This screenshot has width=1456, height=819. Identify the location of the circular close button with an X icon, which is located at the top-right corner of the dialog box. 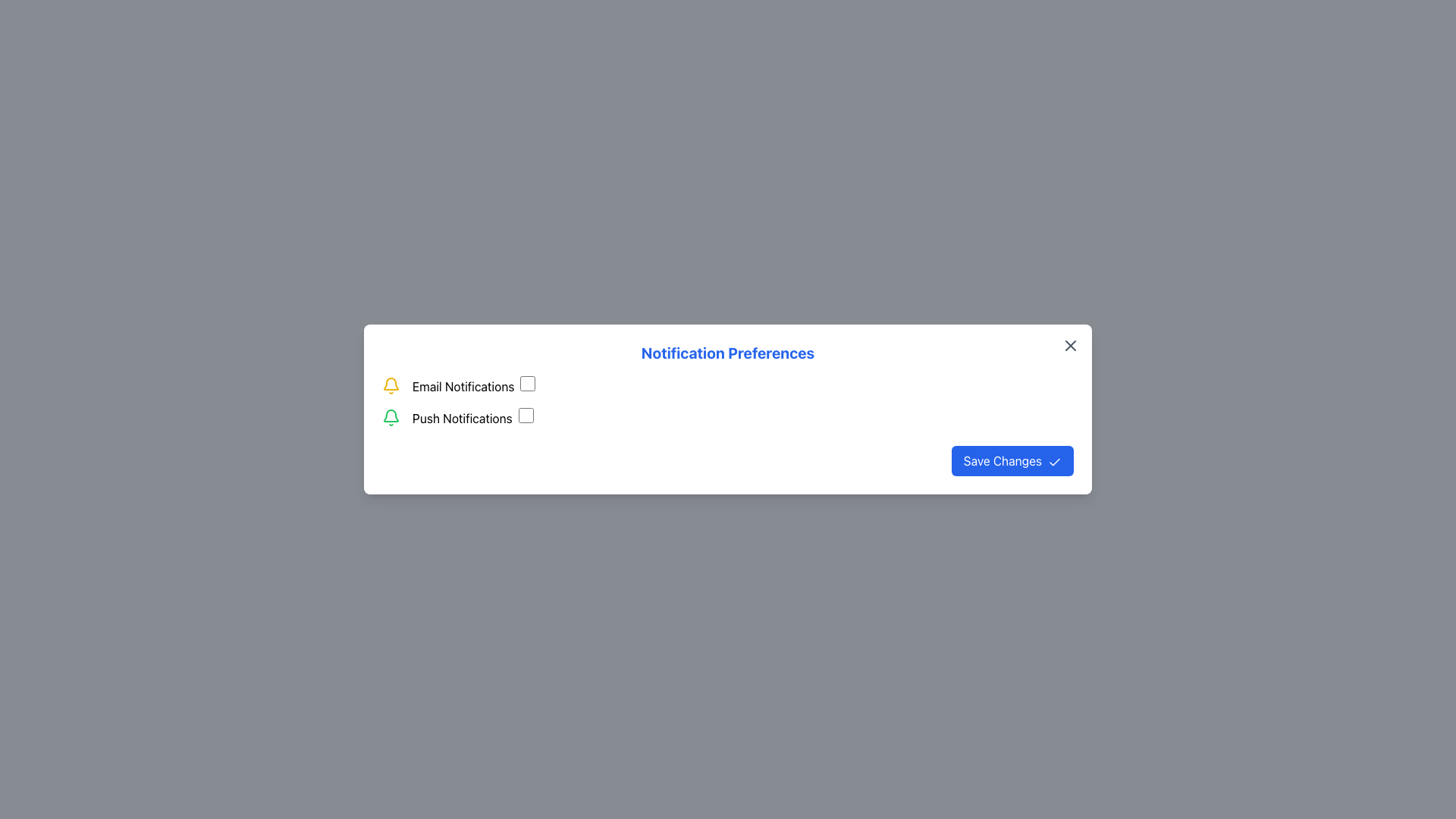
(1069, 345).